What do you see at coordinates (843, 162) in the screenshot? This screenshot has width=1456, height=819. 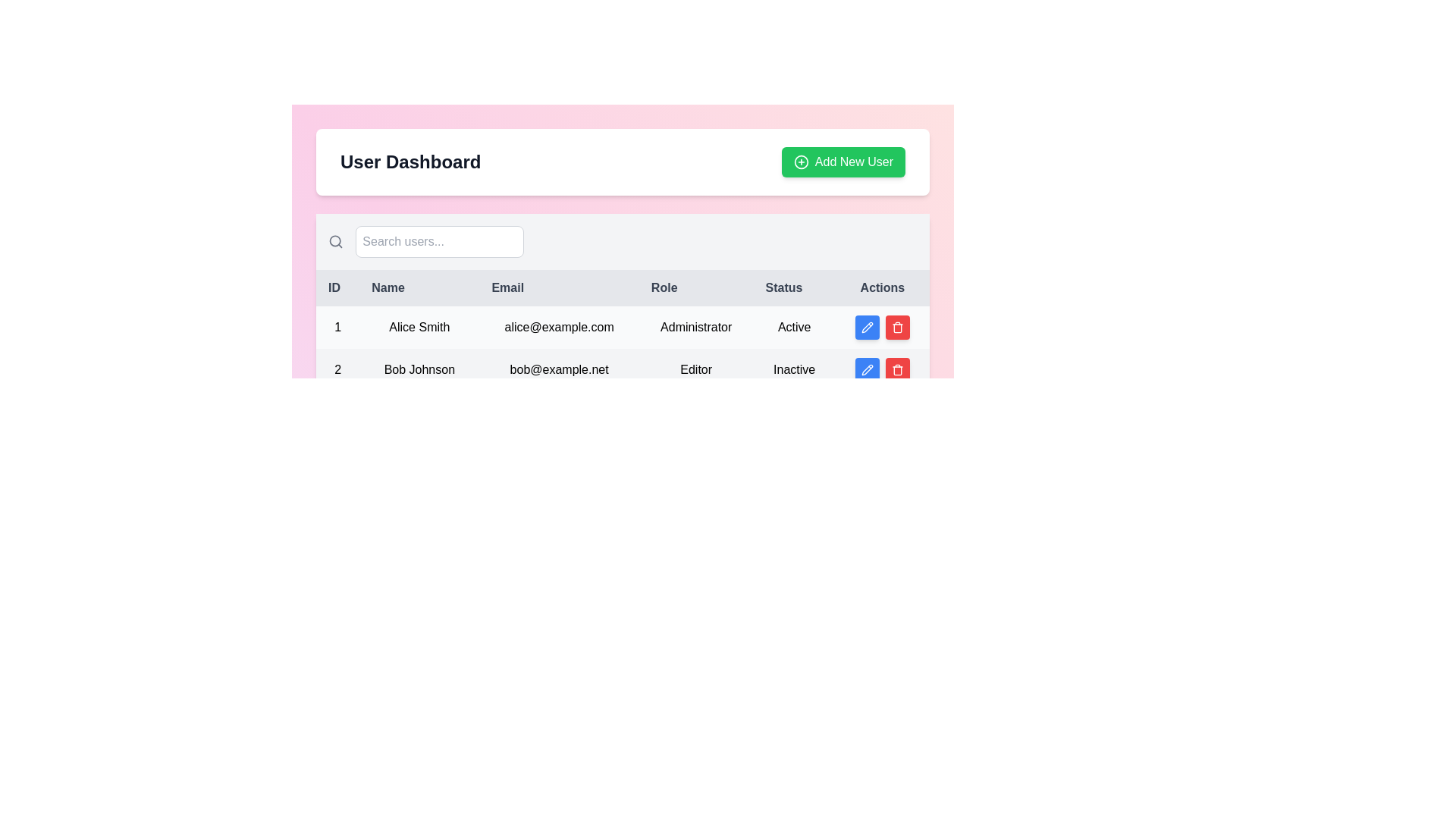 I see `the green rectangular button labeled 'Add New User' with a plus sign icon` at bounding box center [843, 162].